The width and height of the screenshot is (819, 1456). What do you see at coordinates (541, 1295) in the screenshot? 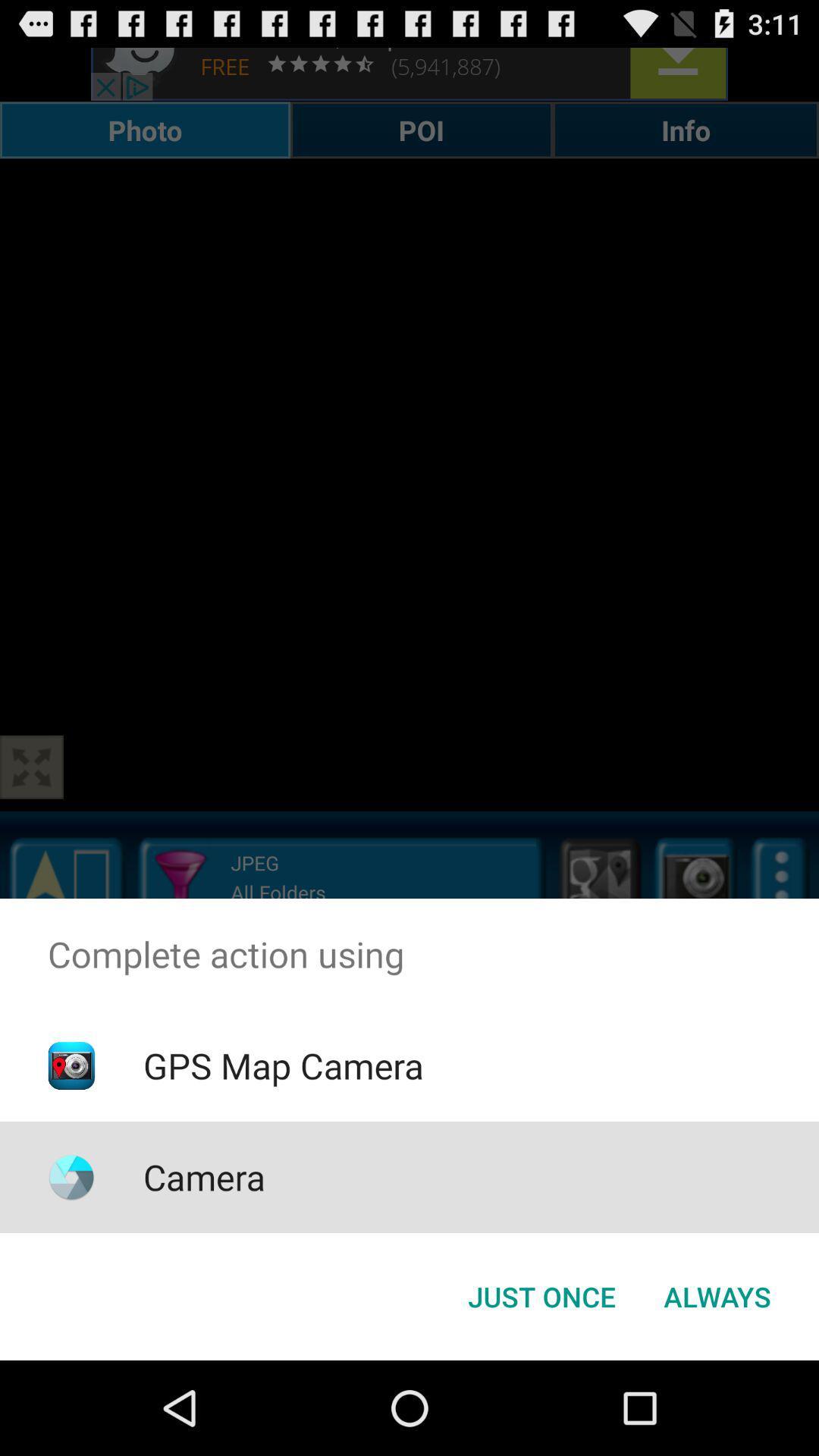
I see `button next to the always item` at bounding box center [541, 1295].